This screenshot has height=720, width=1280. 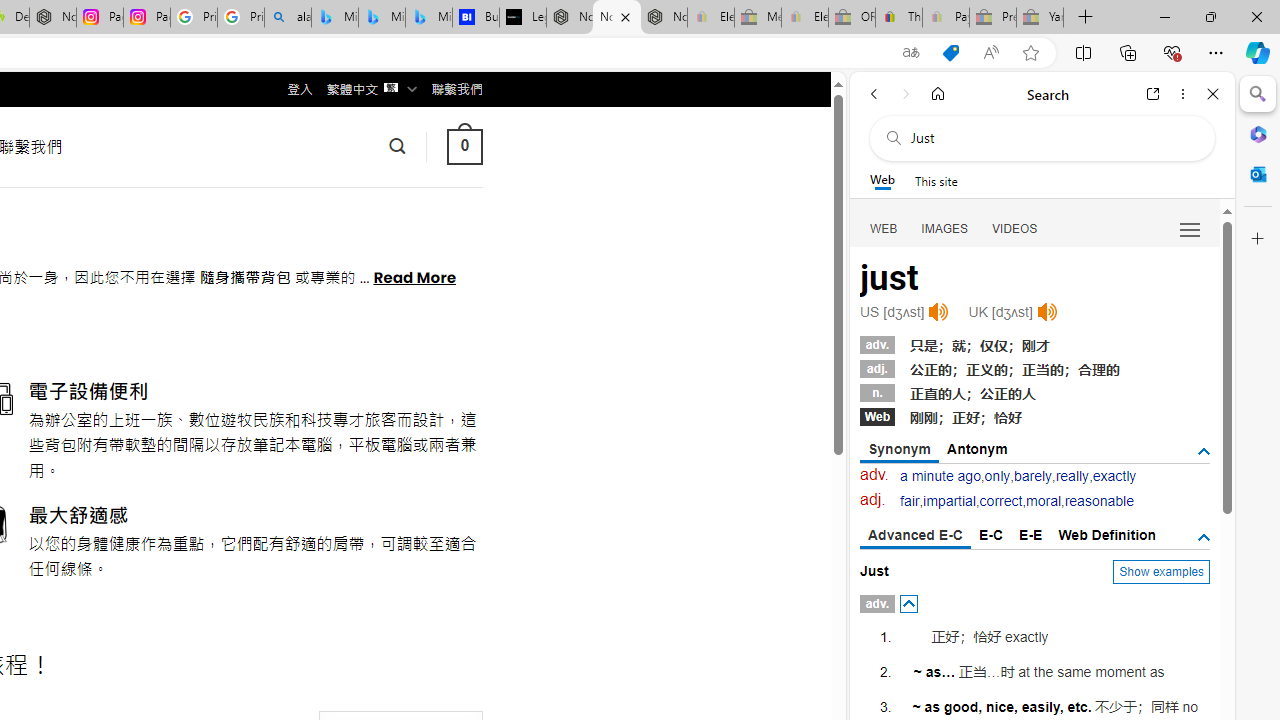 What do you see at coordinates (1046, 312) in the screenshot?
I see `'Click to listen'` at bounding box center [1046, 312].